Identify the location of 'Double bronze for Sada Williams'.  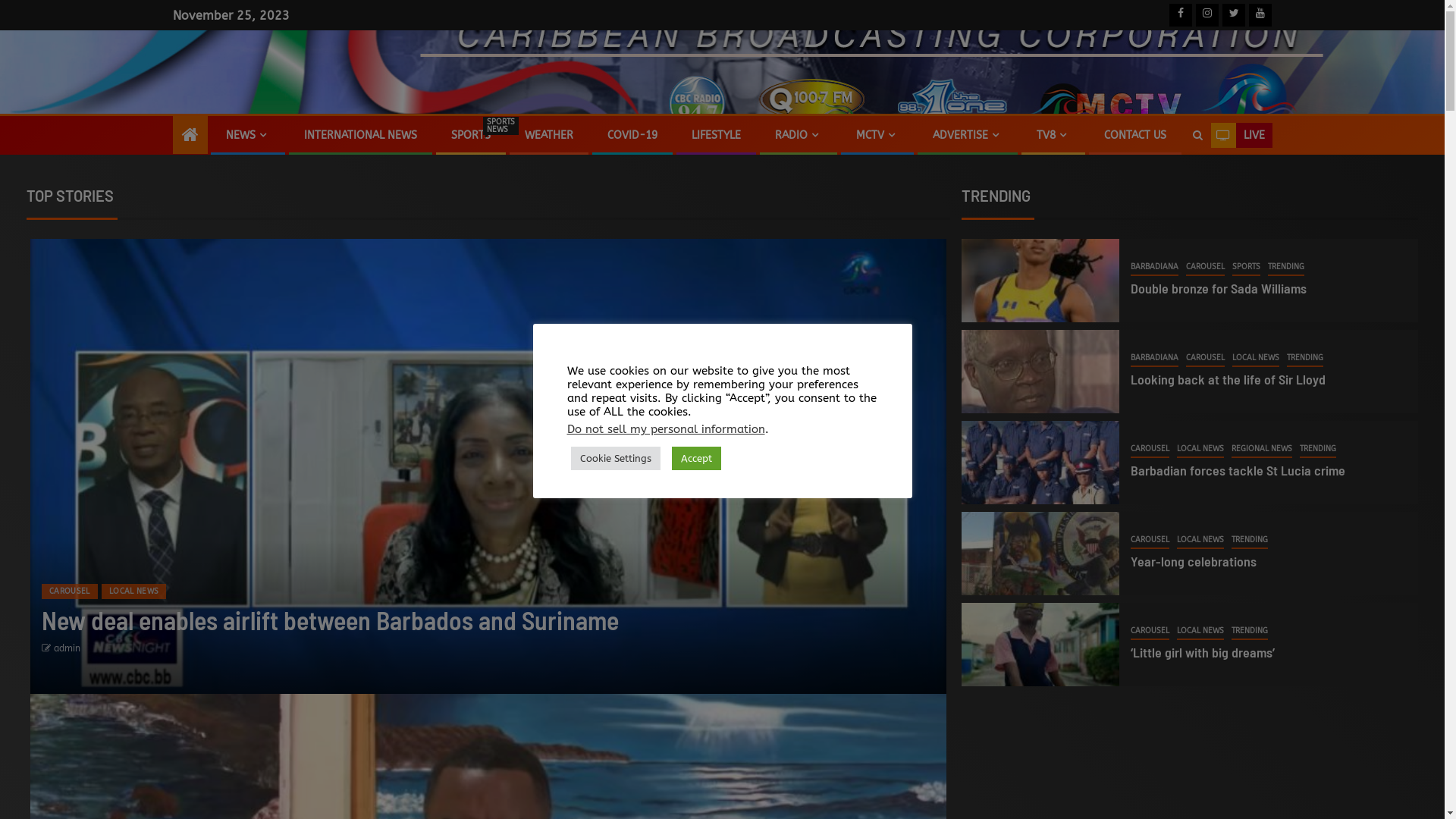
(1219, 288).